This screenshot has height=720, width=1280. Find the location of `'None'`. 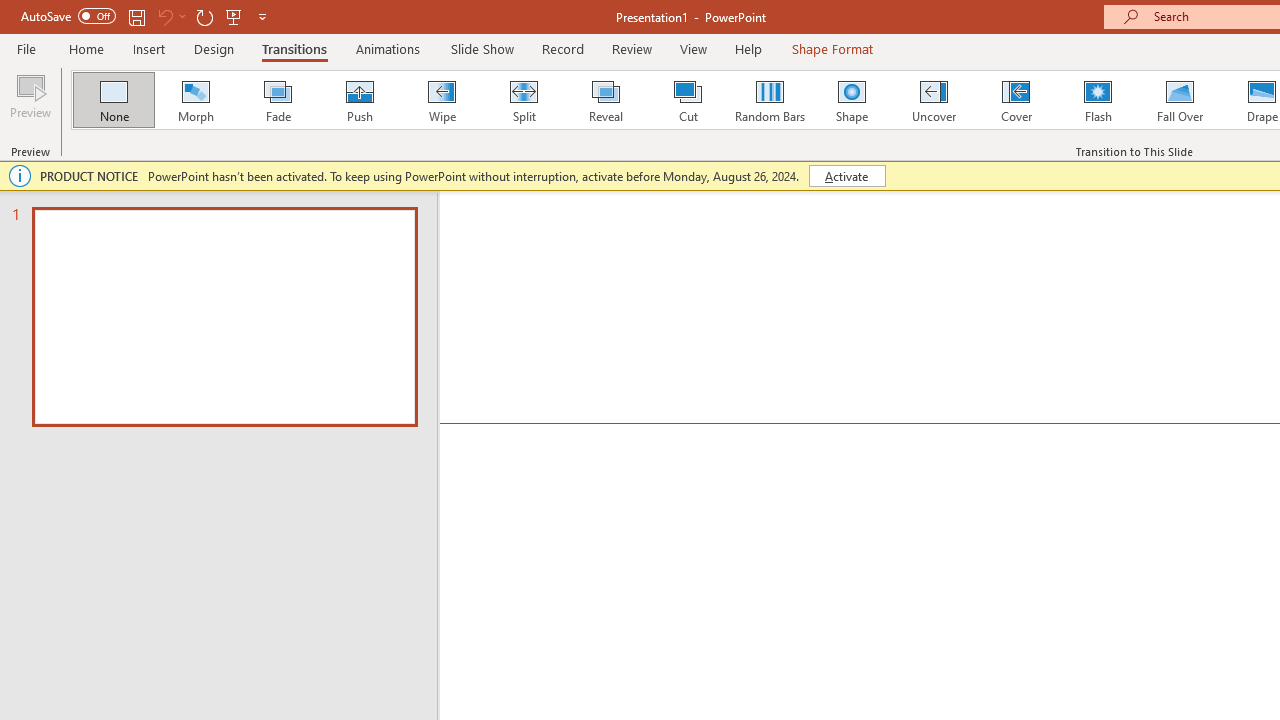

'None' is located at coordinates (112, 100).